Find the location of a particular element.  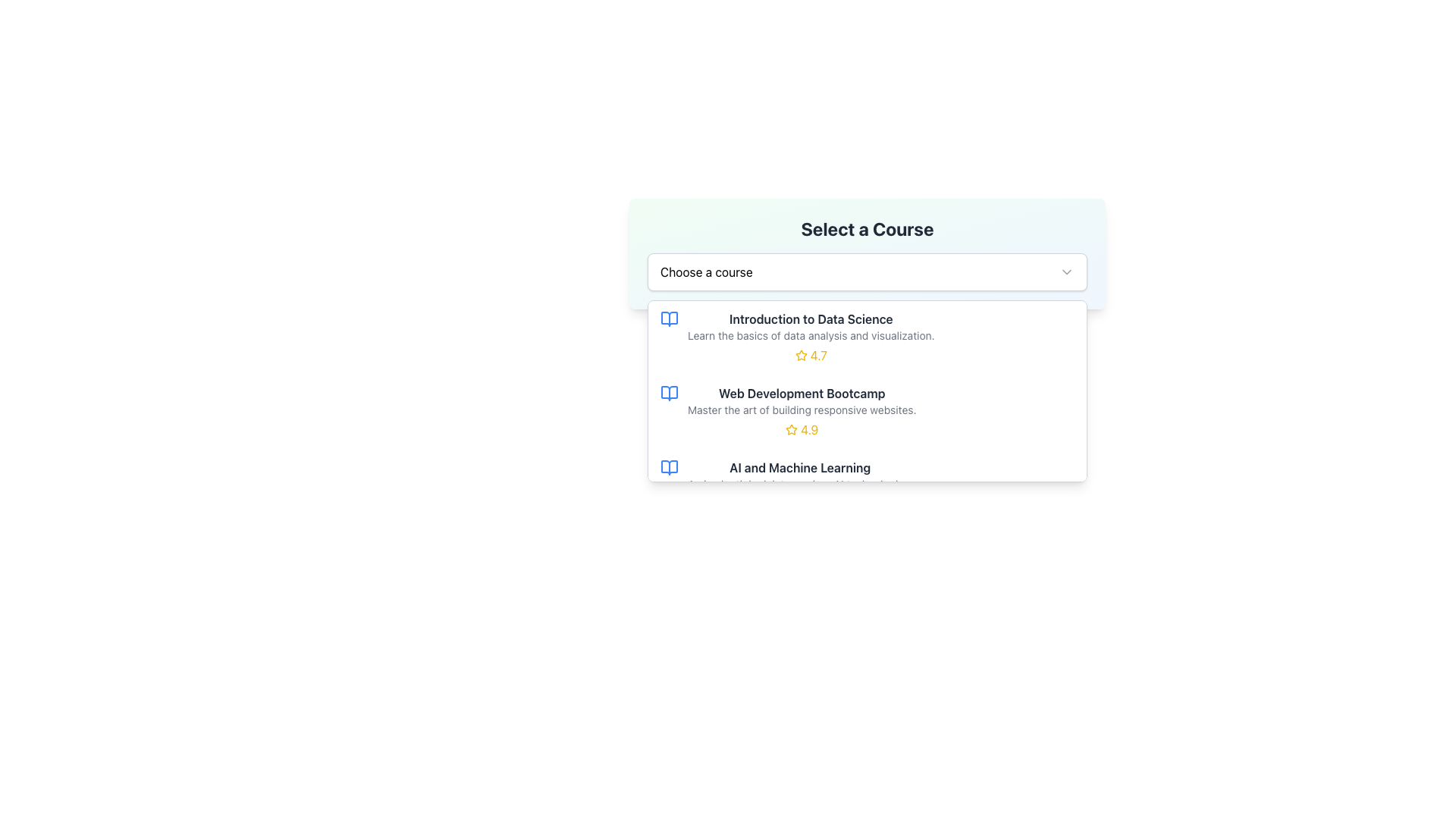

the title text element for the course 'Web Development Bootcamp', which is positioned above the description text and adjacent to the rating section is located at coordinates (801, 393).